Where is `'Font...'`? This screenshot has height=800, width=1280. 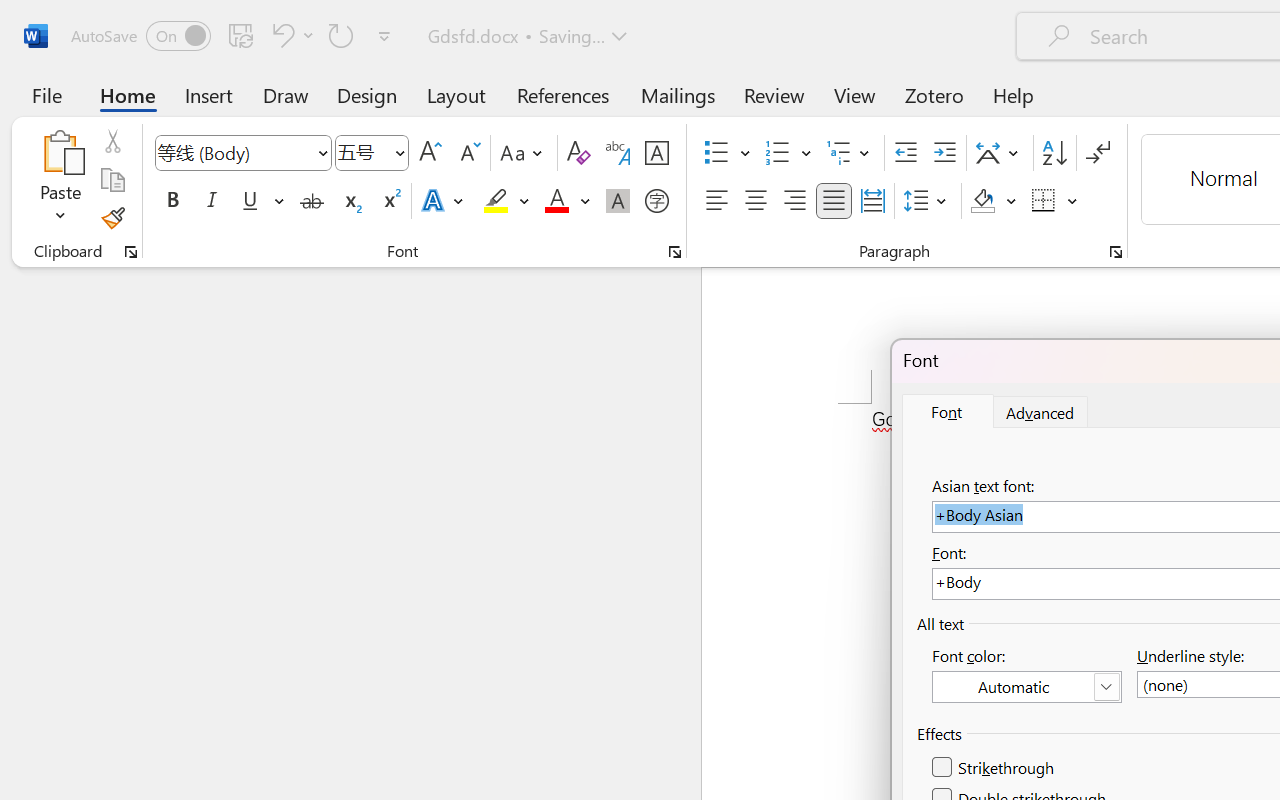 'Font...' is located at coordinates (675, 251).